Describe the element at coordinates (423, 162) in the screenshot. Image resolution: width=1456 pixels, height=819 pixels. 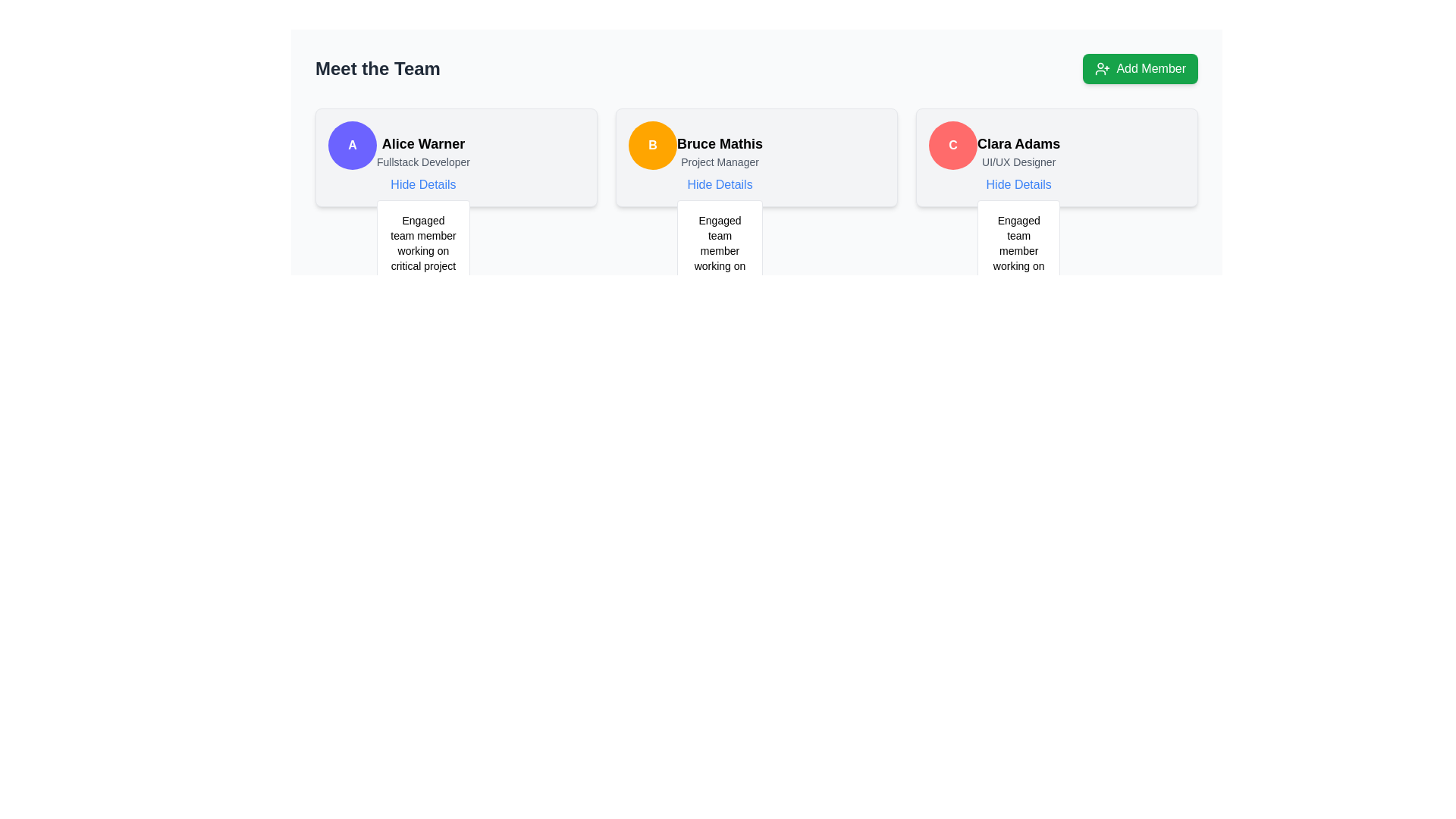
I see `the static text label indicating the role or position of the individual named 'Alice Warner' in the leftmost profile card of the 'Meet the Team' section` at that location.